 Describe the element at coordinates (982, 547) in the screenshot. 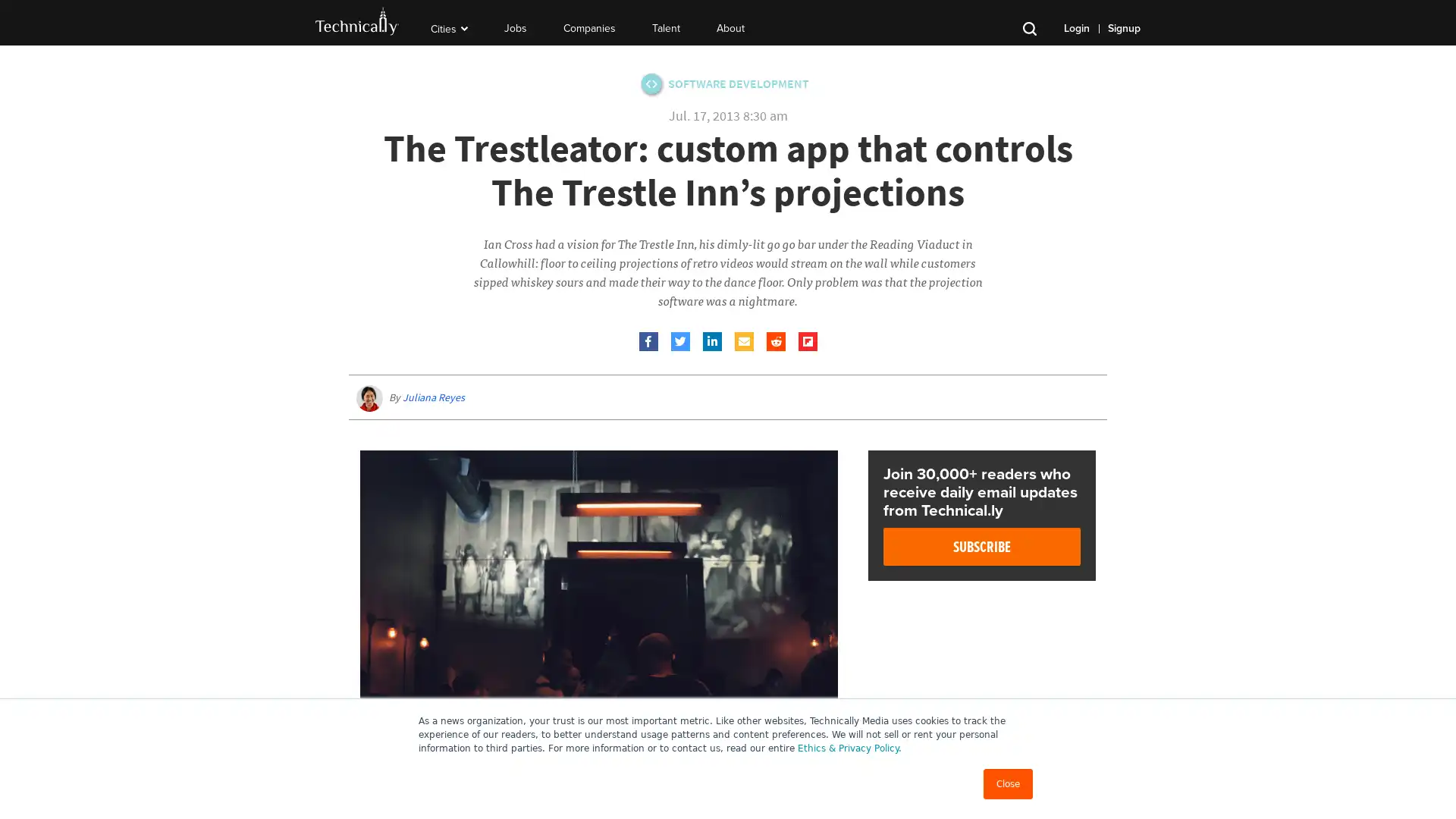

I see `Subscribe` at that location.